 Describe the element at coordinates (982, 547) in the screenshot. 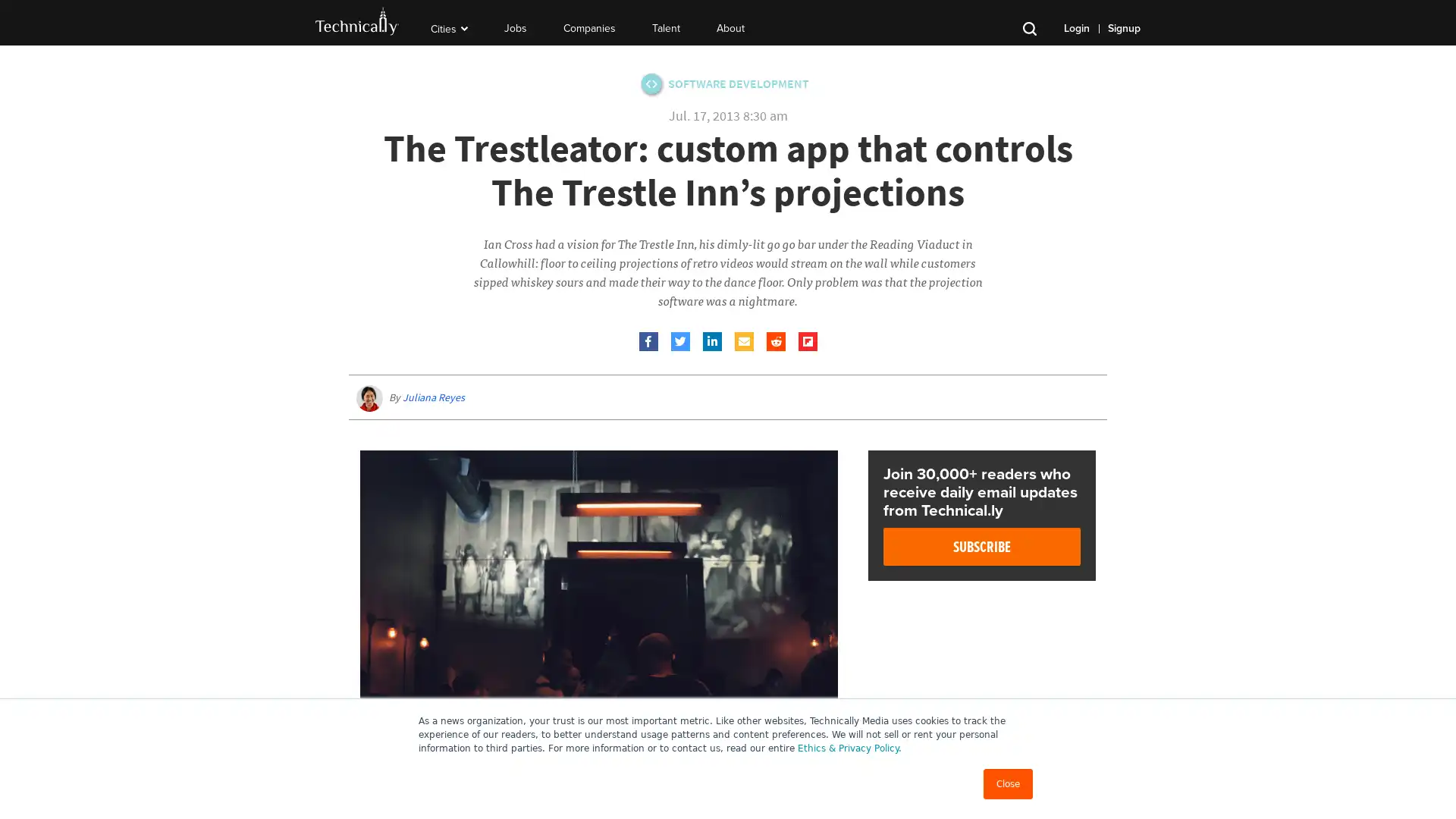

I see `Subscribe` at that location.